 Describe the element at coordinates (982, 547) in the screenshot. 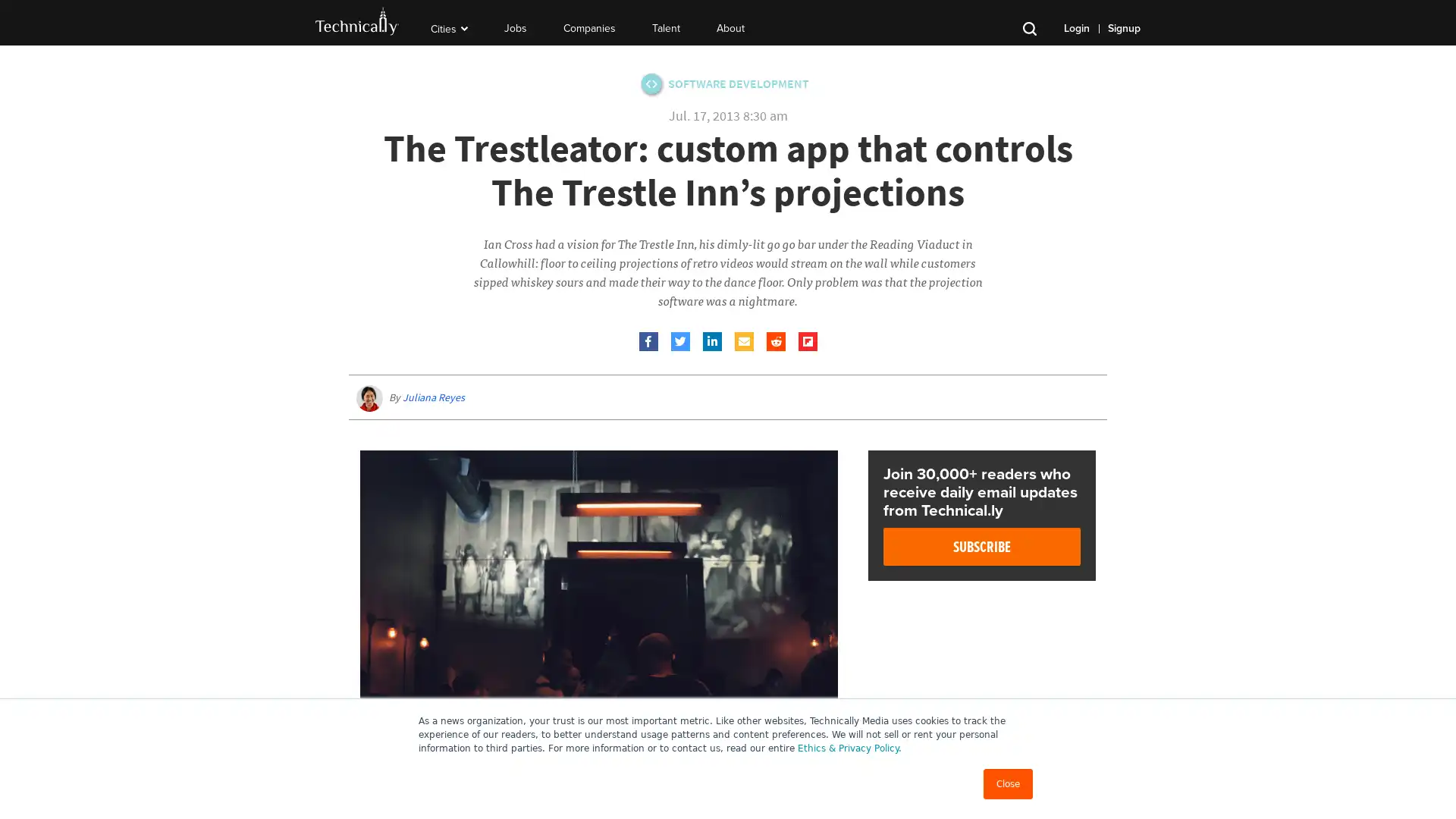

I see `Subscribe` at that location.